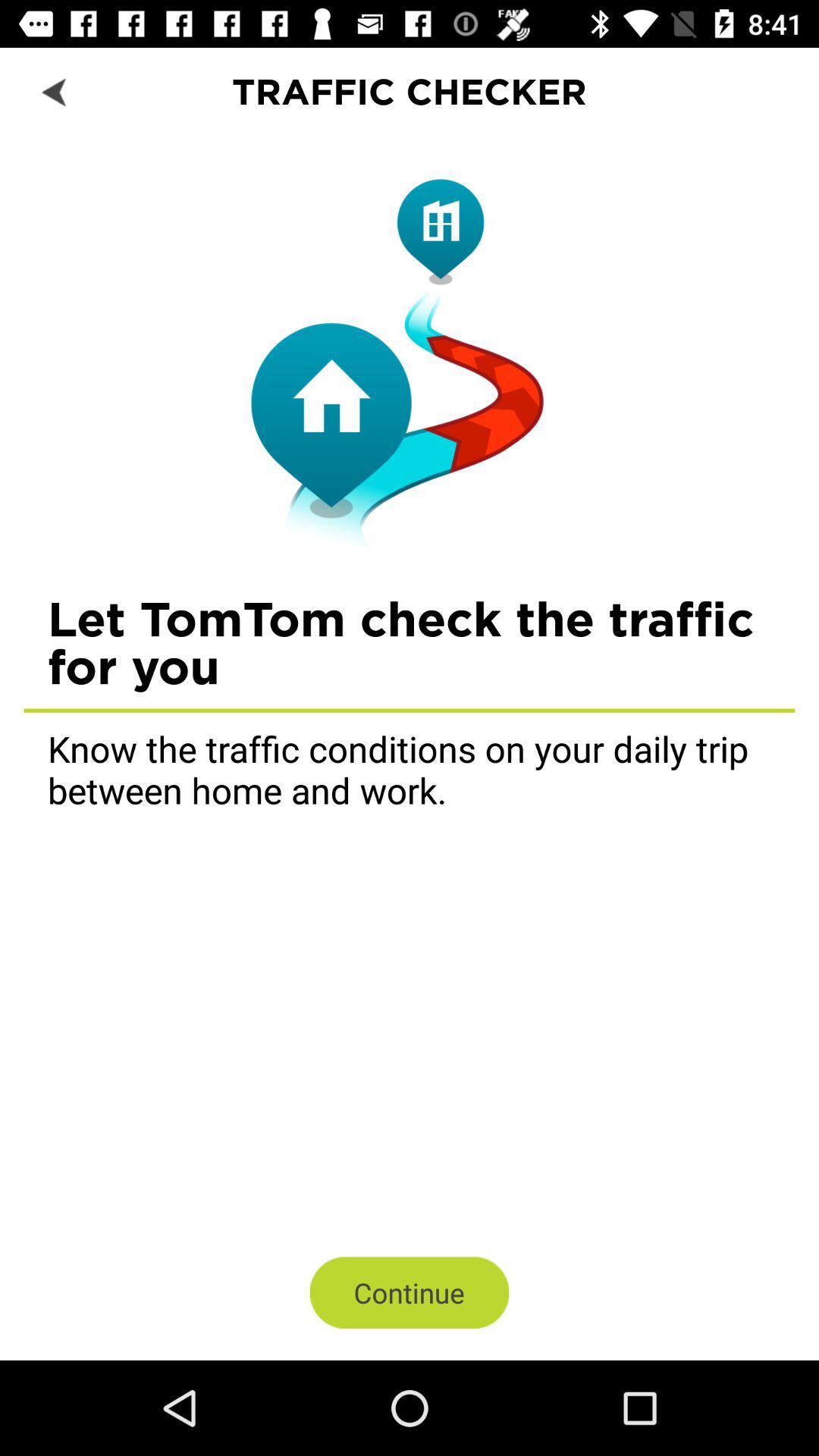 This screenshot has width=819, height=1456. Describe the element at coordinates (409, 1291) in the screenshot. I see `the continue icon` at that location.